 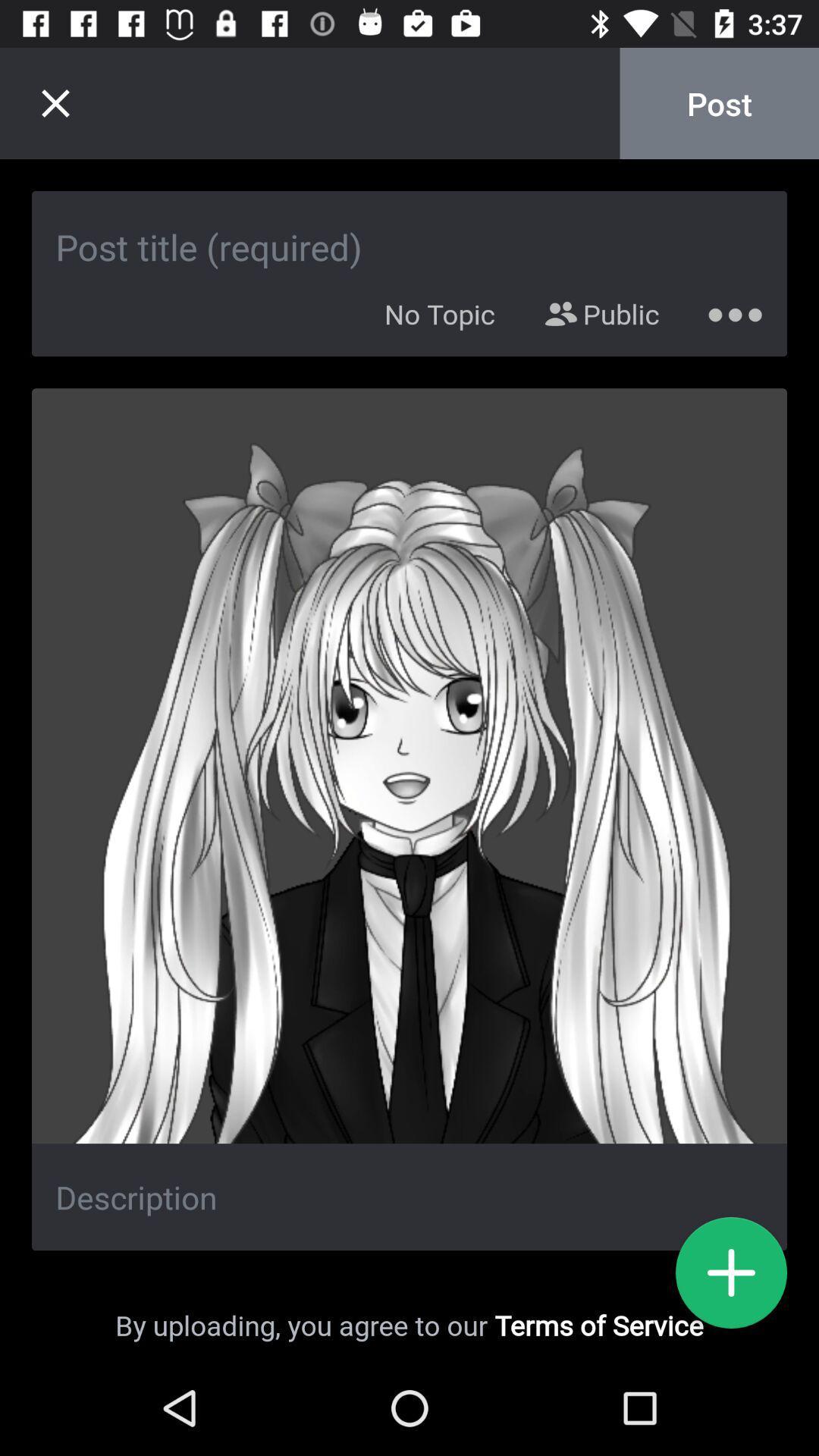 I want to click on the add icon, so click(x=730, y=1272).